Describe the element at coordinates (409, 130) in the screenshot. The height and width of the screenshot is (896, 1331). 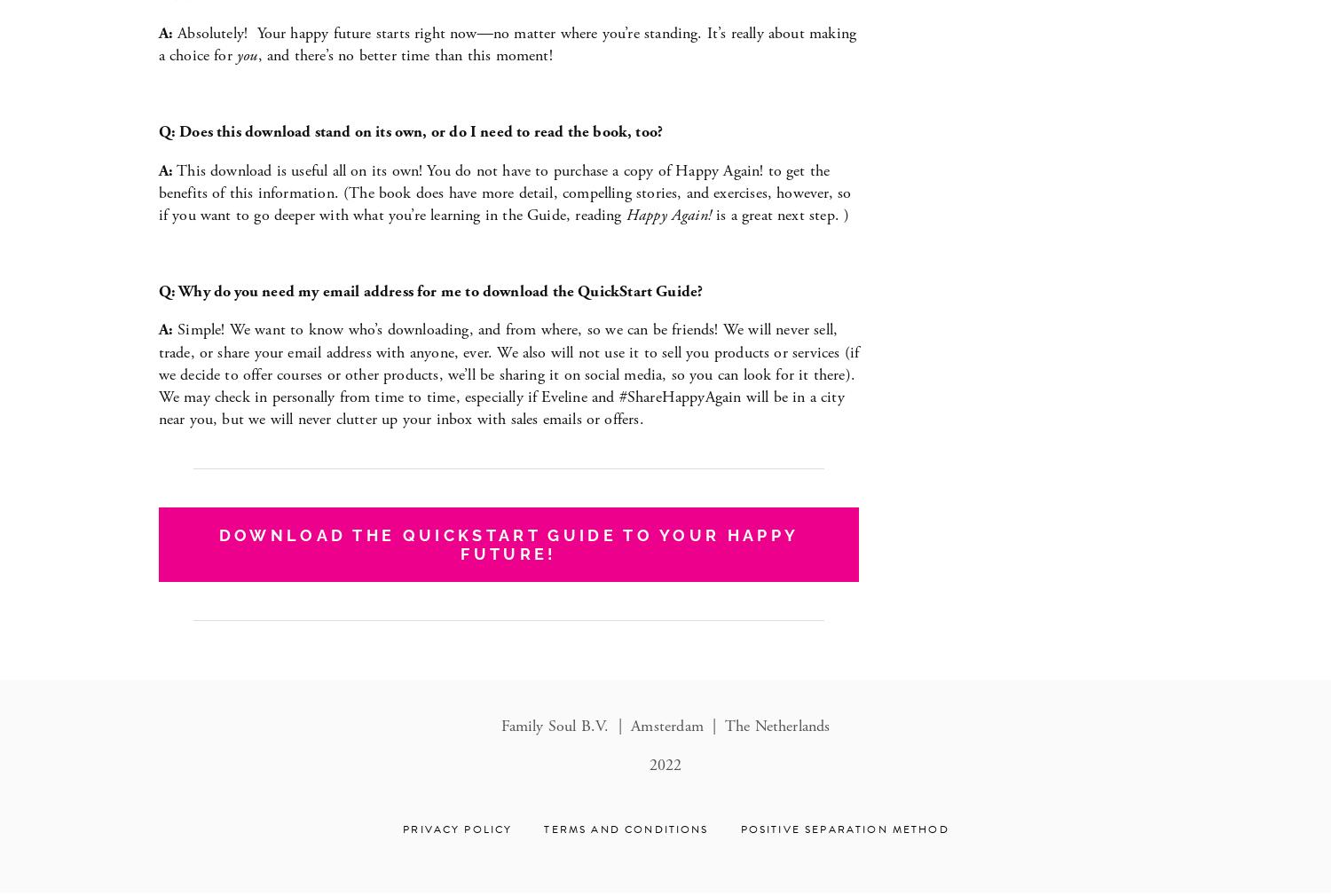
I see `'Q: Does this download stand on its own, or do I need to read the book, too?'` at that location.